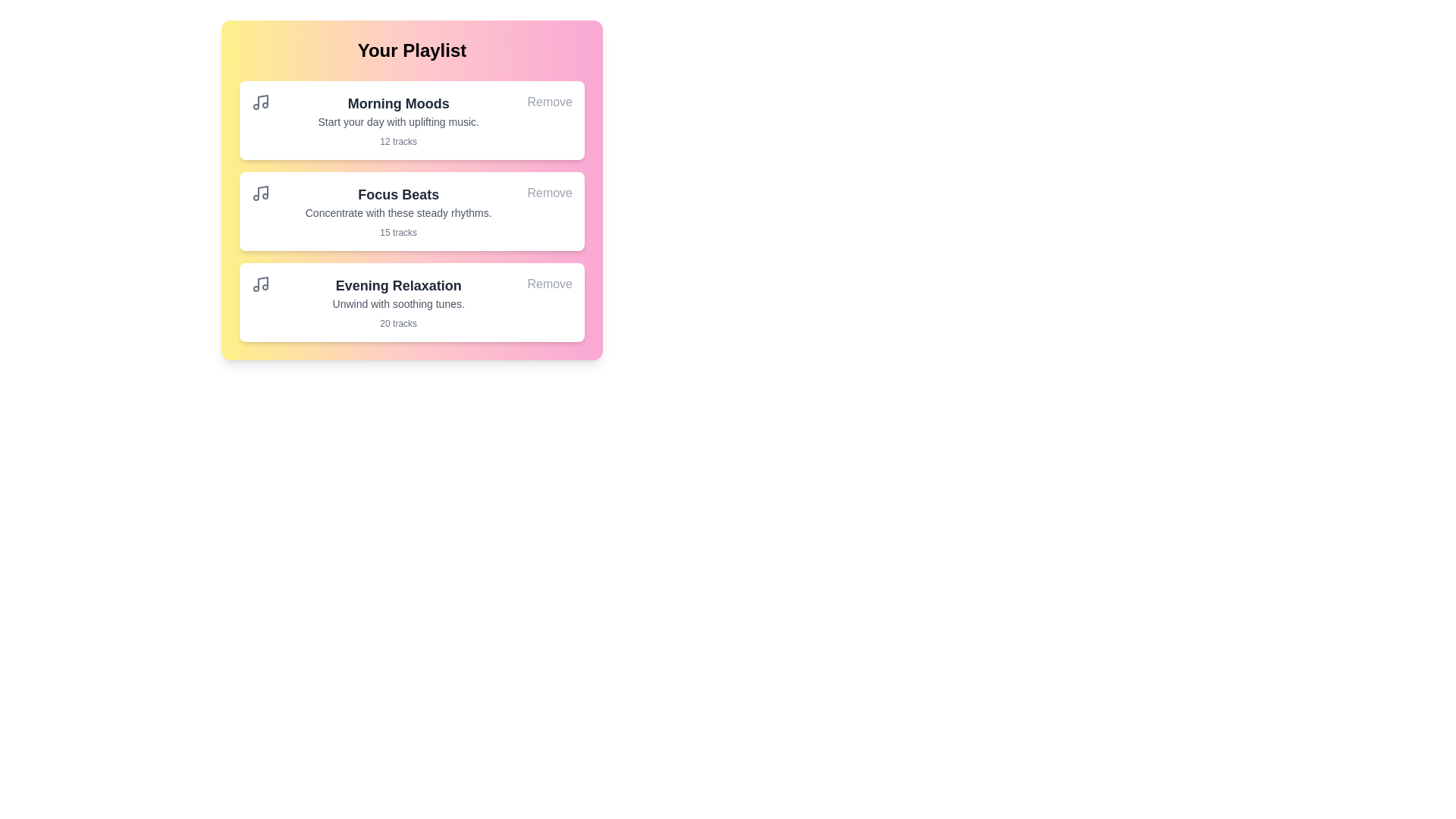 The width and height of the screenshot is (1456, 819). What do you see at coordinates (261, 102) in the screenshot?
I see `the music icon for the playlist item Morning Moods` at bounding box center [261, 102].